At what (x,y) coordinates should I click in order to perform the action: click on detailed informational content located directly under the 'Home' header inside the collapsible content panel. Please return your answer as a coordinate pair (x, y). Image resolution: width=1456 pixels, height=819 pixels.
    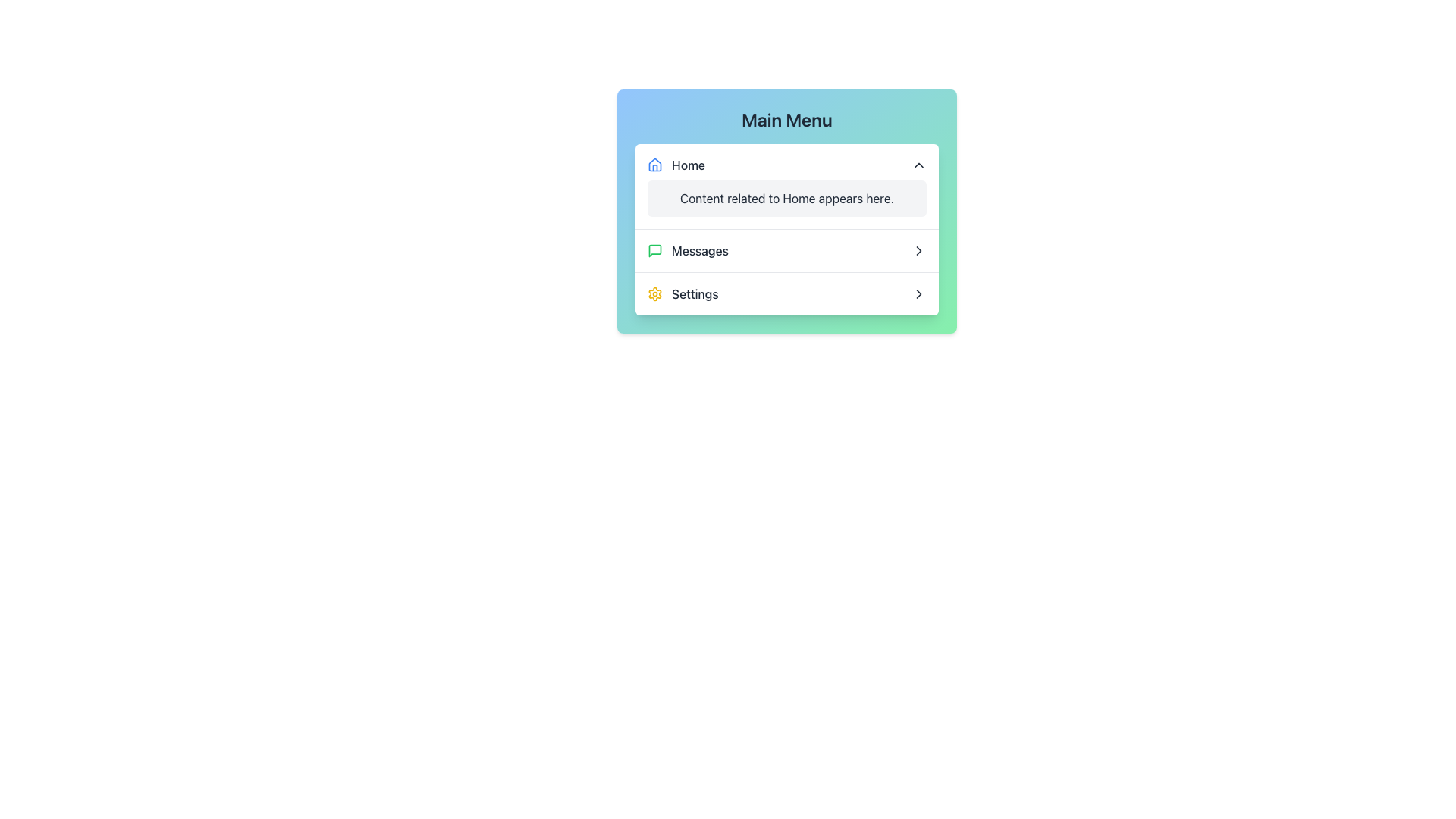
    Looking at the image, I should click on (786, 186).